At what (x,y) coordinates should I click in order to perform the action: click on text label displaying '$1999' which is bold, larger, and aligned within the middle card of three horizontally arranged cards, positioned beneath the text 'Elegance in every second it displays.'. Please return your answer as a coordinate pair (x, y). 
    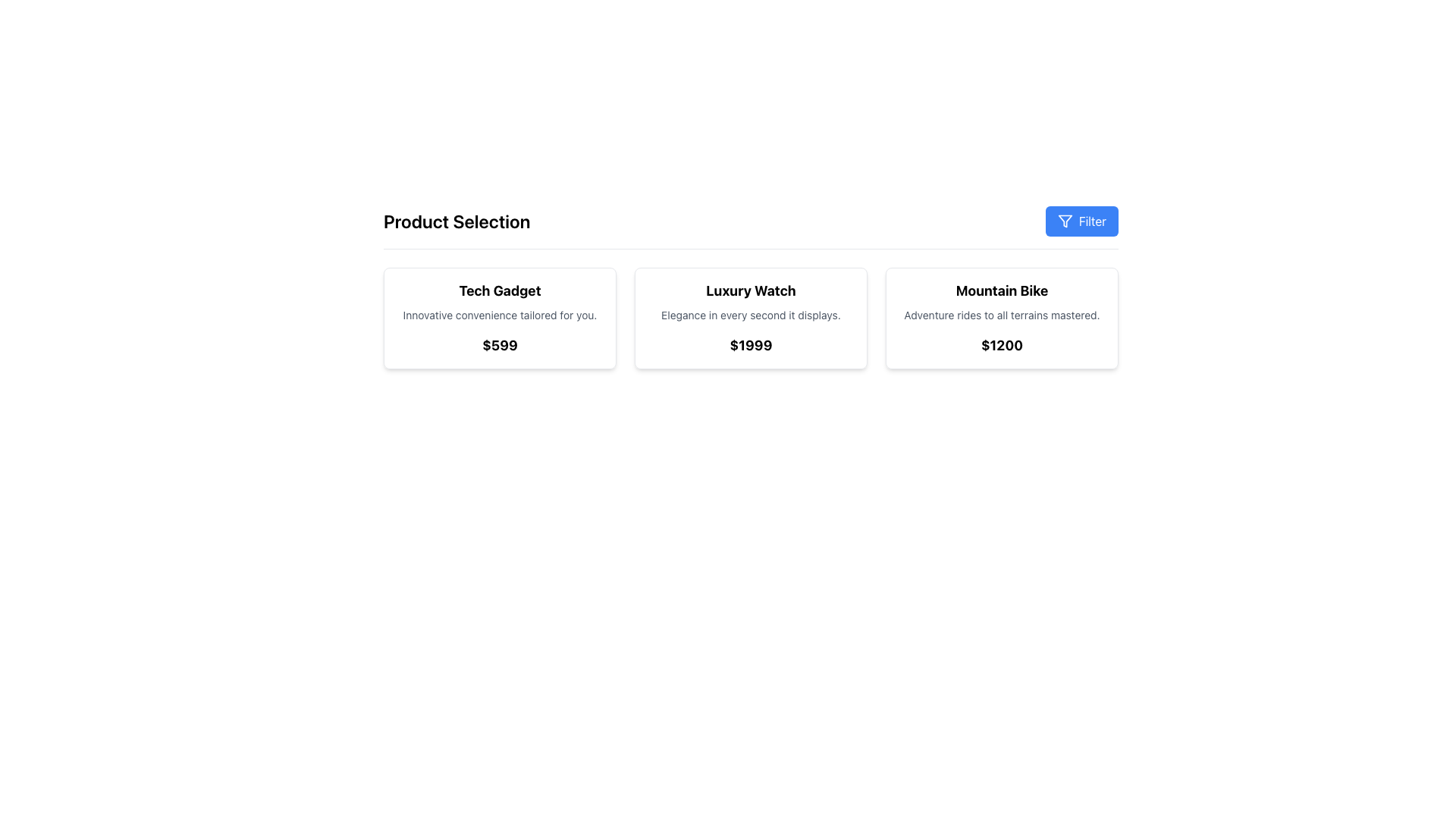
    Looking at the image, I should click on (751, 345).